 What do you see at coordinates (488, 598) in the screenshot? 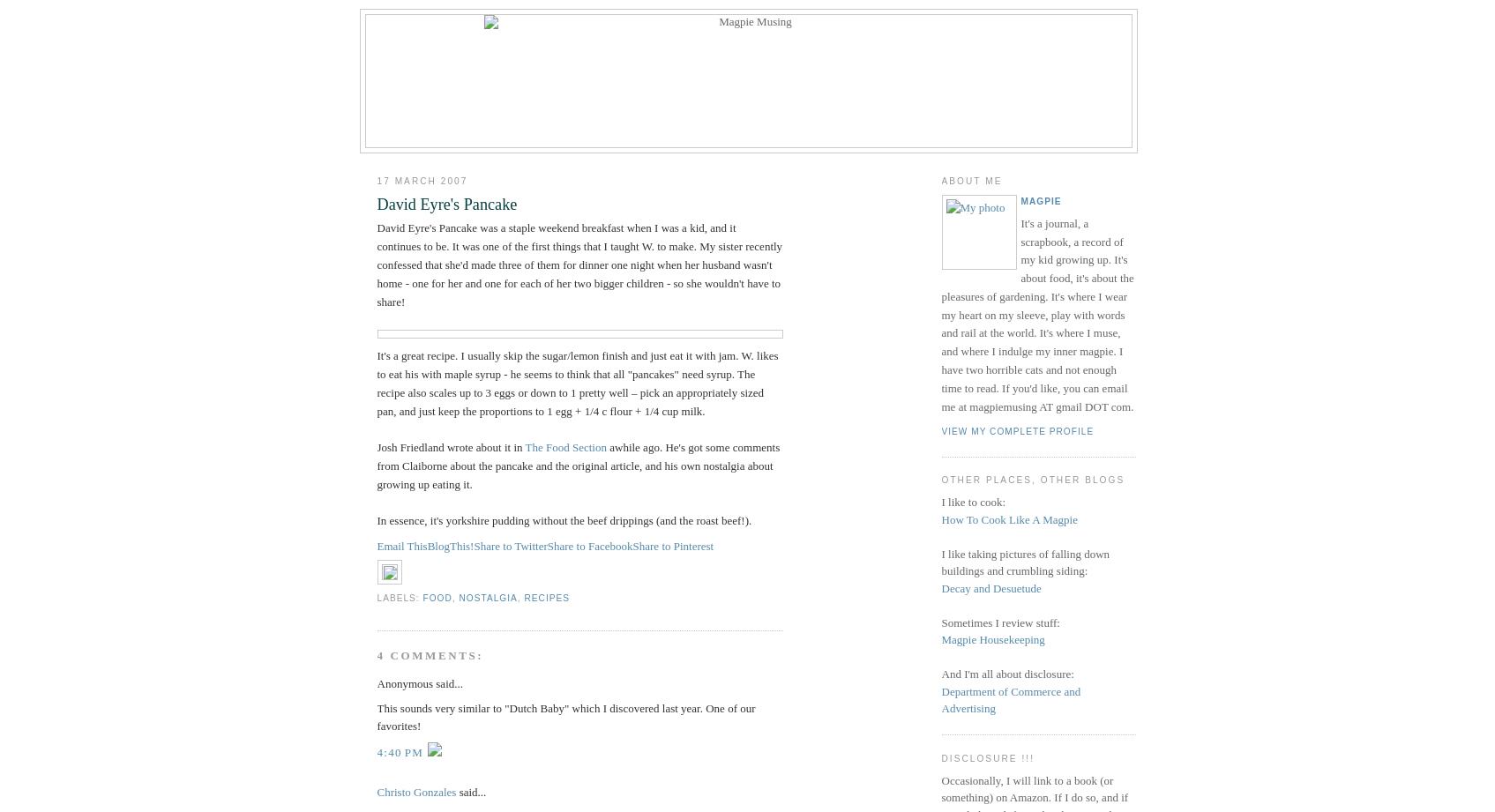
I see `'nostalgia'` at bounding box center [488, 598].